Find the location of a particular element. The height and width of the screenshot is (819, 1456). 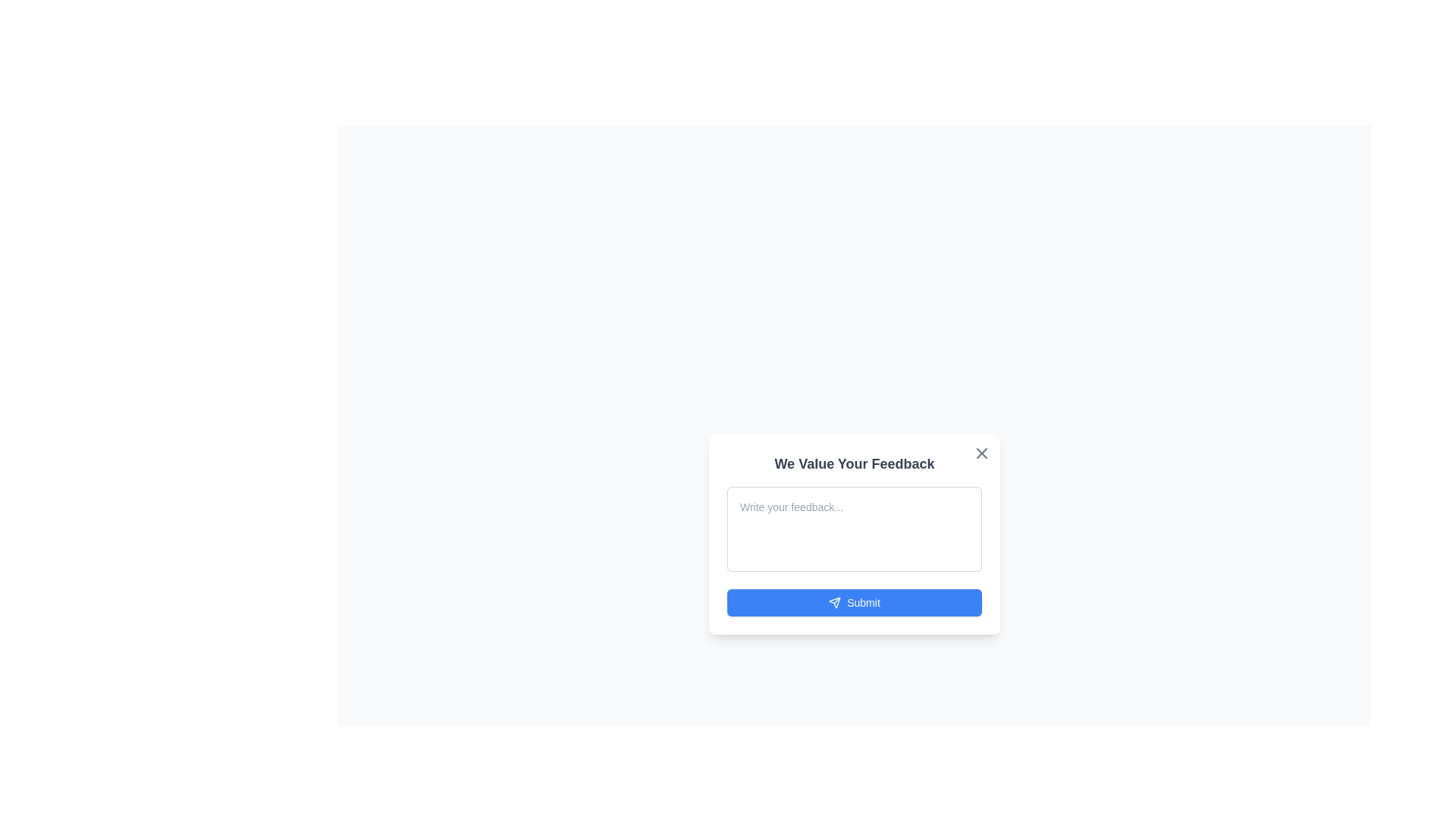

the 'Submit' button with a blue background and white text, located at the bottom of the feedback modal for accessibility is located at coordinates (855, 601).